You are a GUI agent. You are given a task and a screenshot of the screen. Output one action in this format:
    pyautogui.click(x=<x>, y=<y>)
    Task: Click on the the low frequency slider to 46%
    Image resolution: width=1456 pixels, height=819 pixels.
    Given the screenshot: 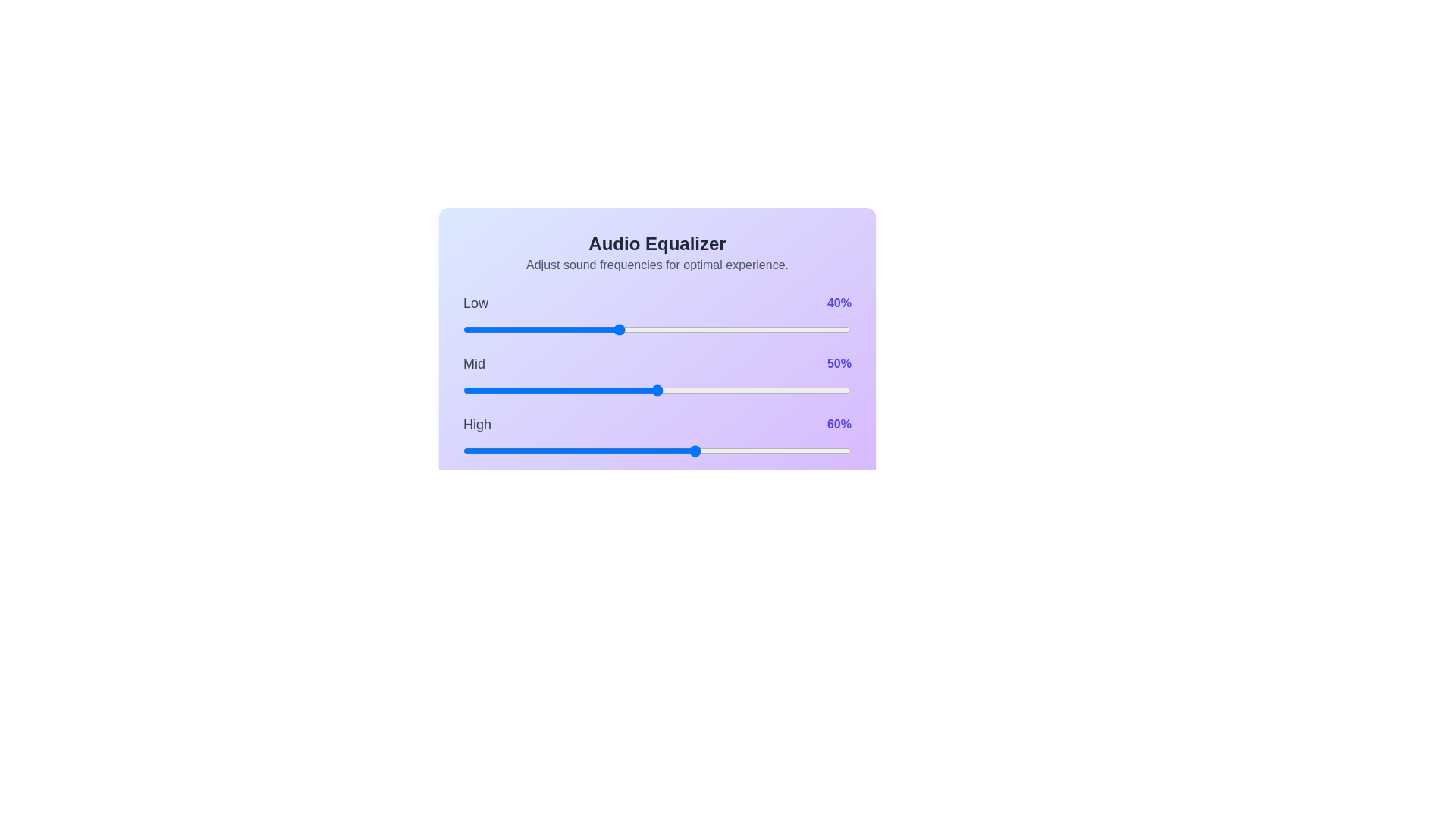 What is the action you would take?
    pyautogui.click(x=642, y=329)
    